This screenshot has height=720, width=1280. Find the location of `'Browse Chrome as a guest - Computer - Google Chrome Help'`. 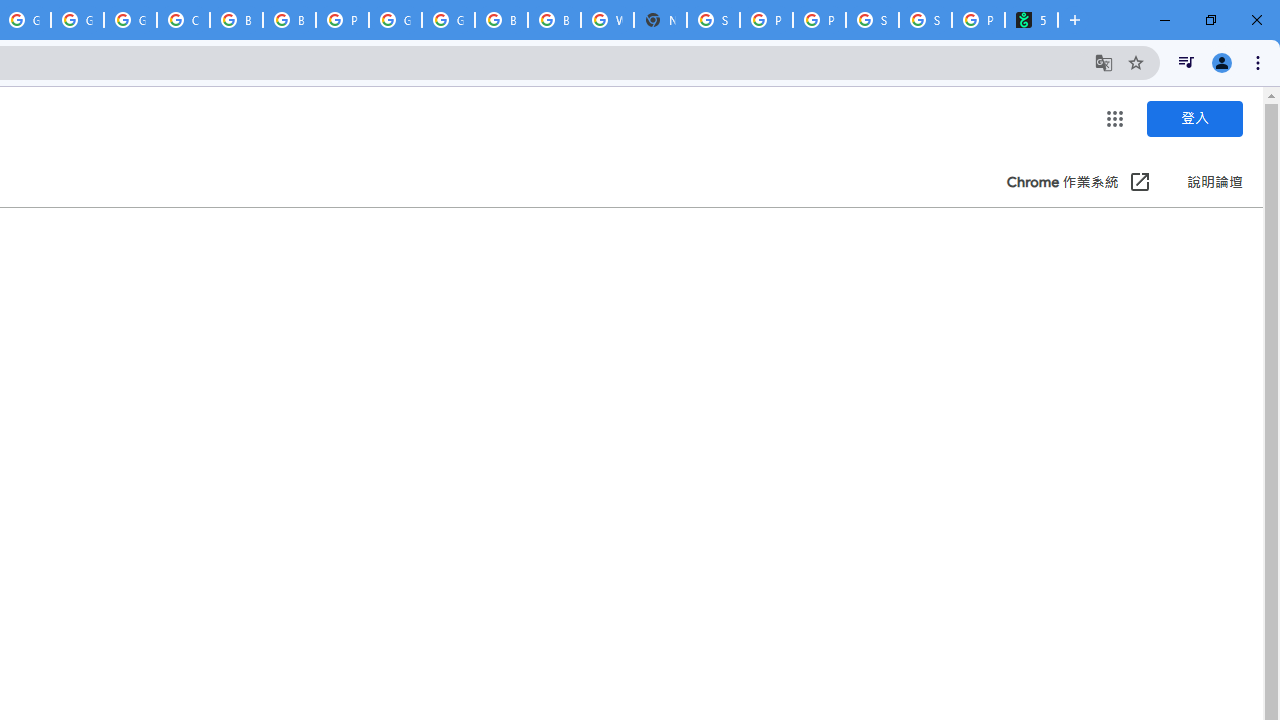

'Browse Chrome as a guest - Computer - Google Chrome Help' is located at coordinates (236, 20).